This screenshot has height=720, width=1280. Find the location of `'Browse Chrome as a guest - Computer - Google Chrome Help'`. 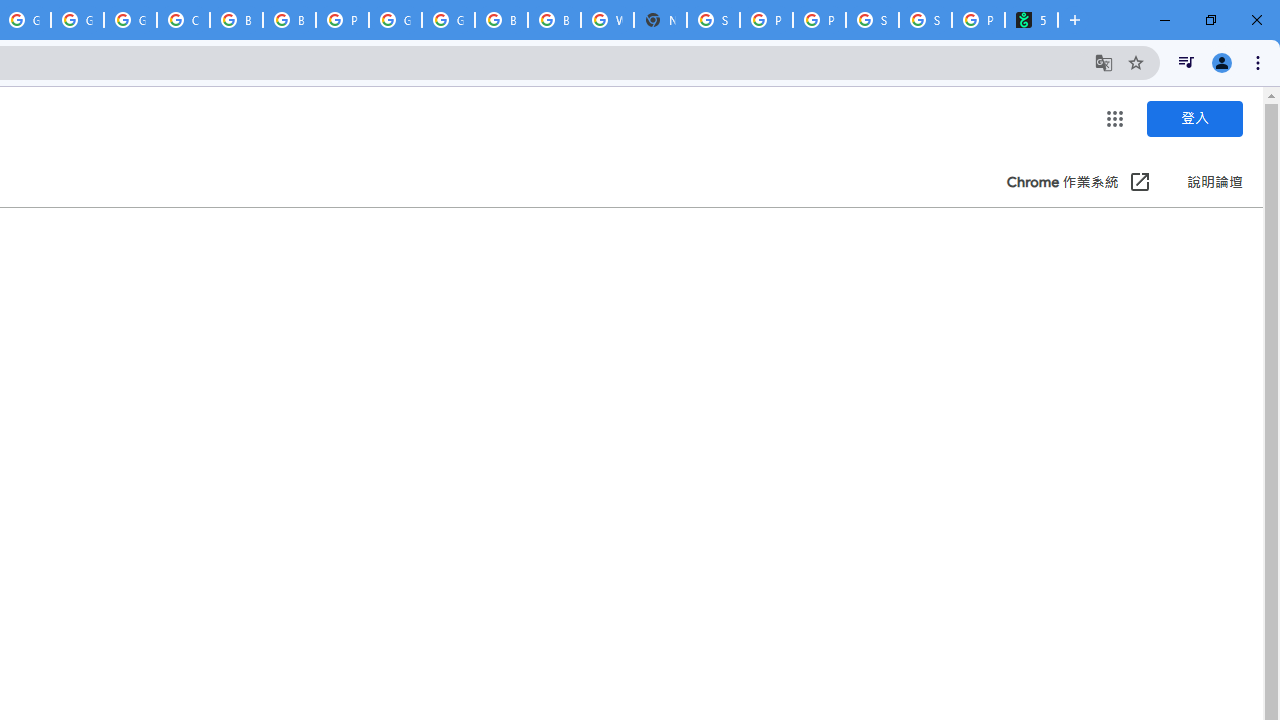

'Browse Chrome as a guest - Computer - Google Chrome Help' is located at coordinates (236, 20).